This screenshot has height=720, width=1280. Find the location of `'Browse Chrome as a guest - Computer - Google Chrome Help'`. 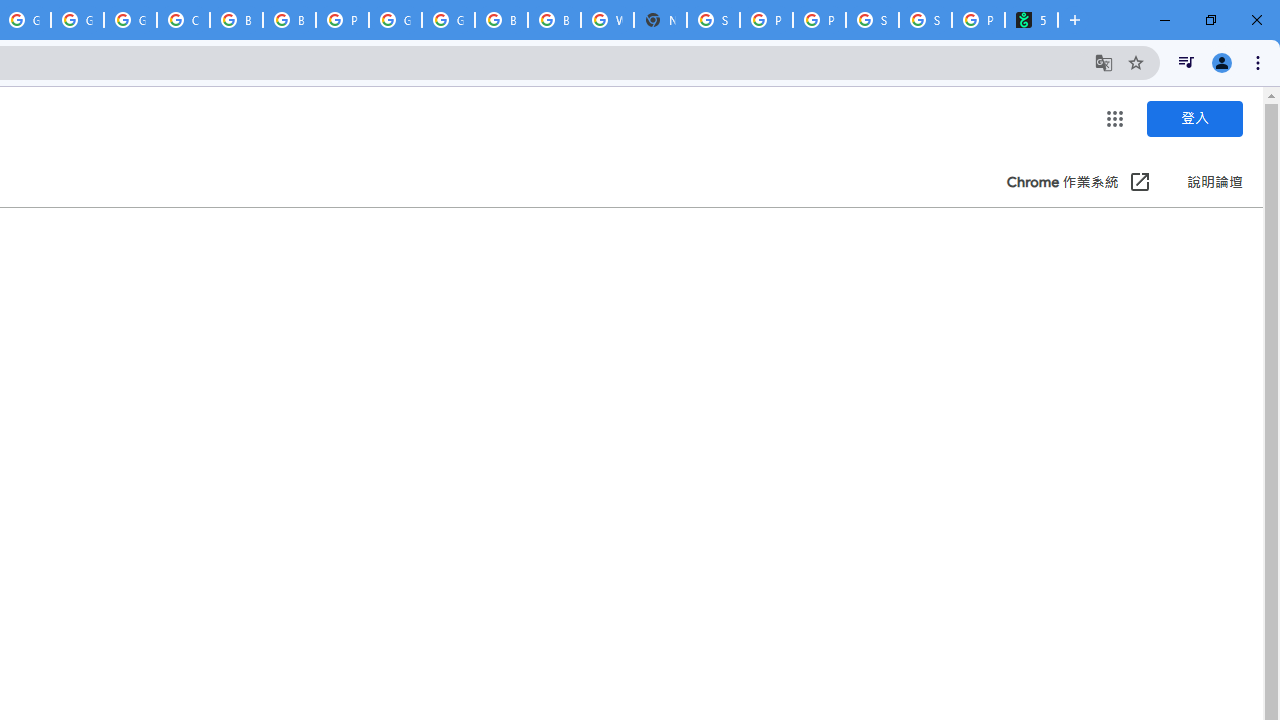

'Browse Chrome as a guest - Computer - Google Chrome Help' is located at coordinates (236, 20).